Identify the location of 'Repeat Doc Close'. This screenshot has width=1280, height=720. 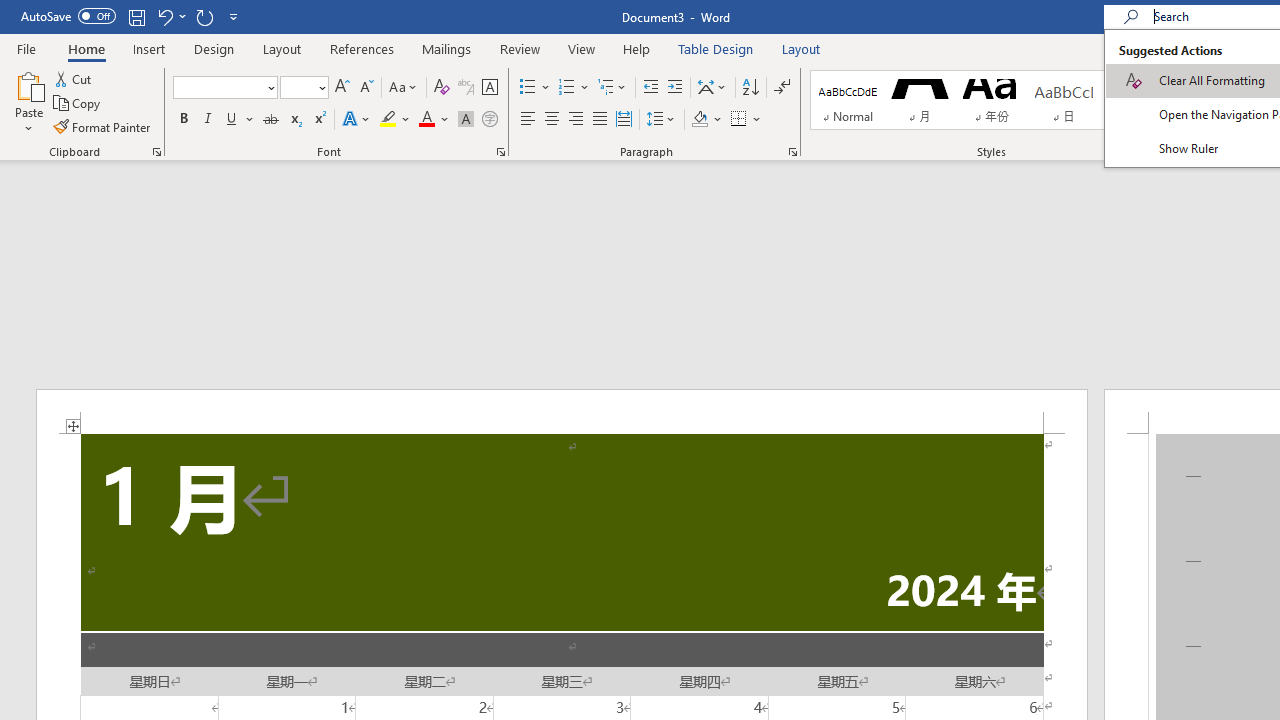
(204, 16).